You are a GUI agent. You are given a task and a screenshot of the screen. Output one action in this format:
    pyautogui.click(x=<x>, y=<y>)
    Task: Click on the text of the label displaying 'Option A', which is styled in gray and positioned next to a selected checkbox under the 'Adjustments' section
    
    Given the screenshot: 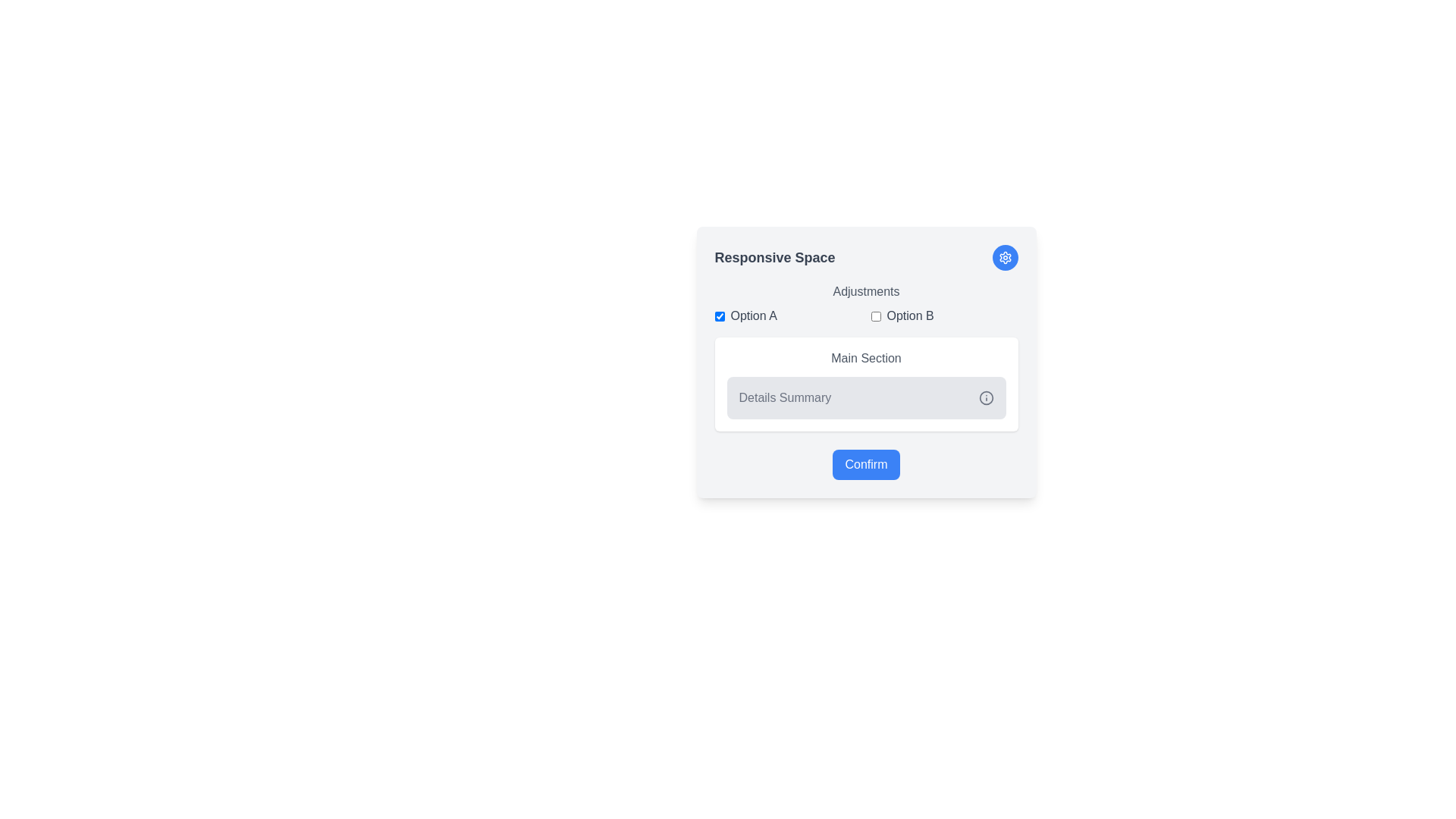 What is the action you would take?
    pyautogui.click(x=754, y=315)
    